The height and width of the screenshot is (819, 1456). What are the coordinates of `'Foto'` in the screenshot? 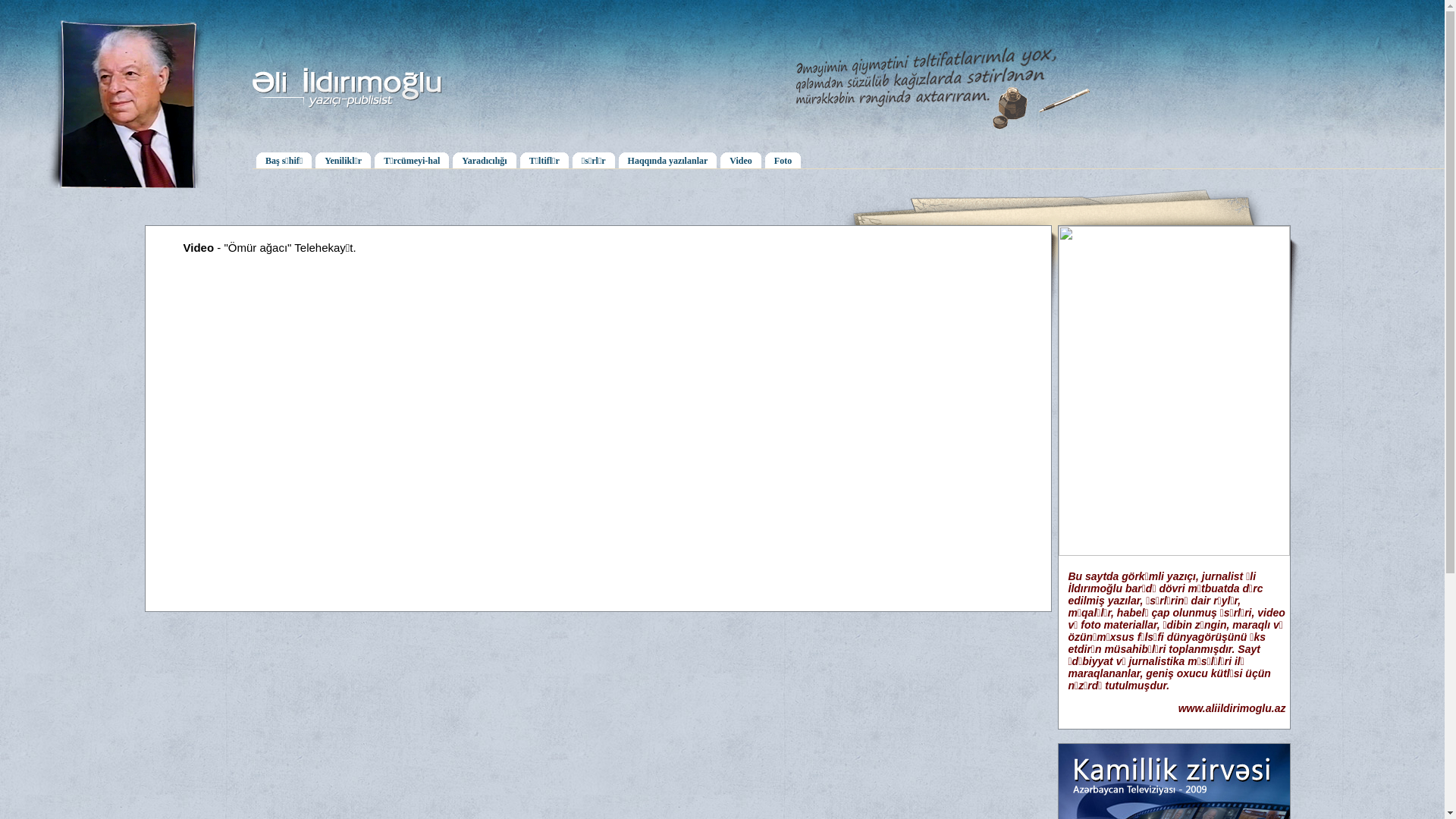 It's located at (783, 159).